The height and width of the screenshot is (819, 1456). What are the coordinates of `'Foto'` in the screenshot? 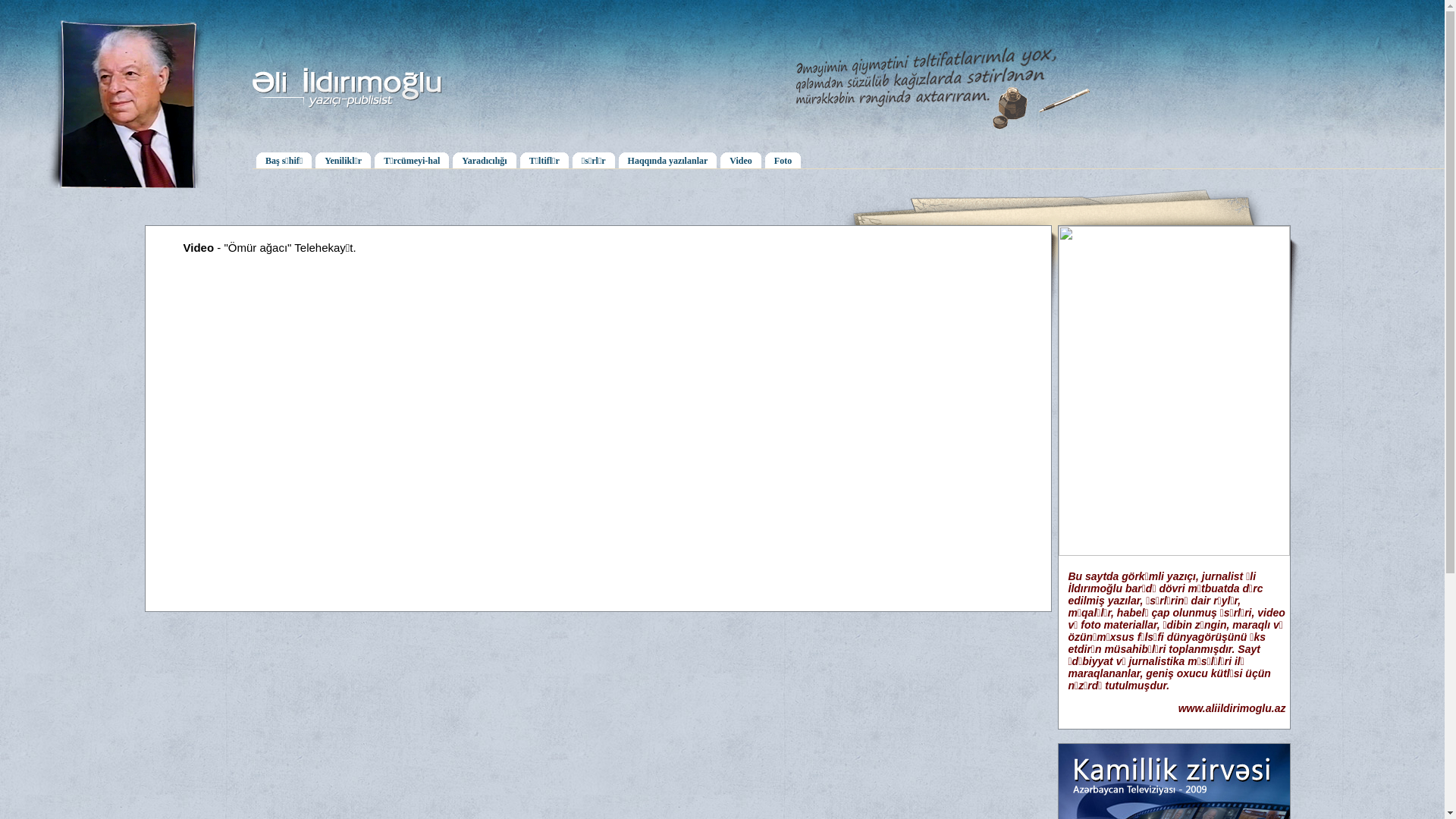 It's located at (783, 159).